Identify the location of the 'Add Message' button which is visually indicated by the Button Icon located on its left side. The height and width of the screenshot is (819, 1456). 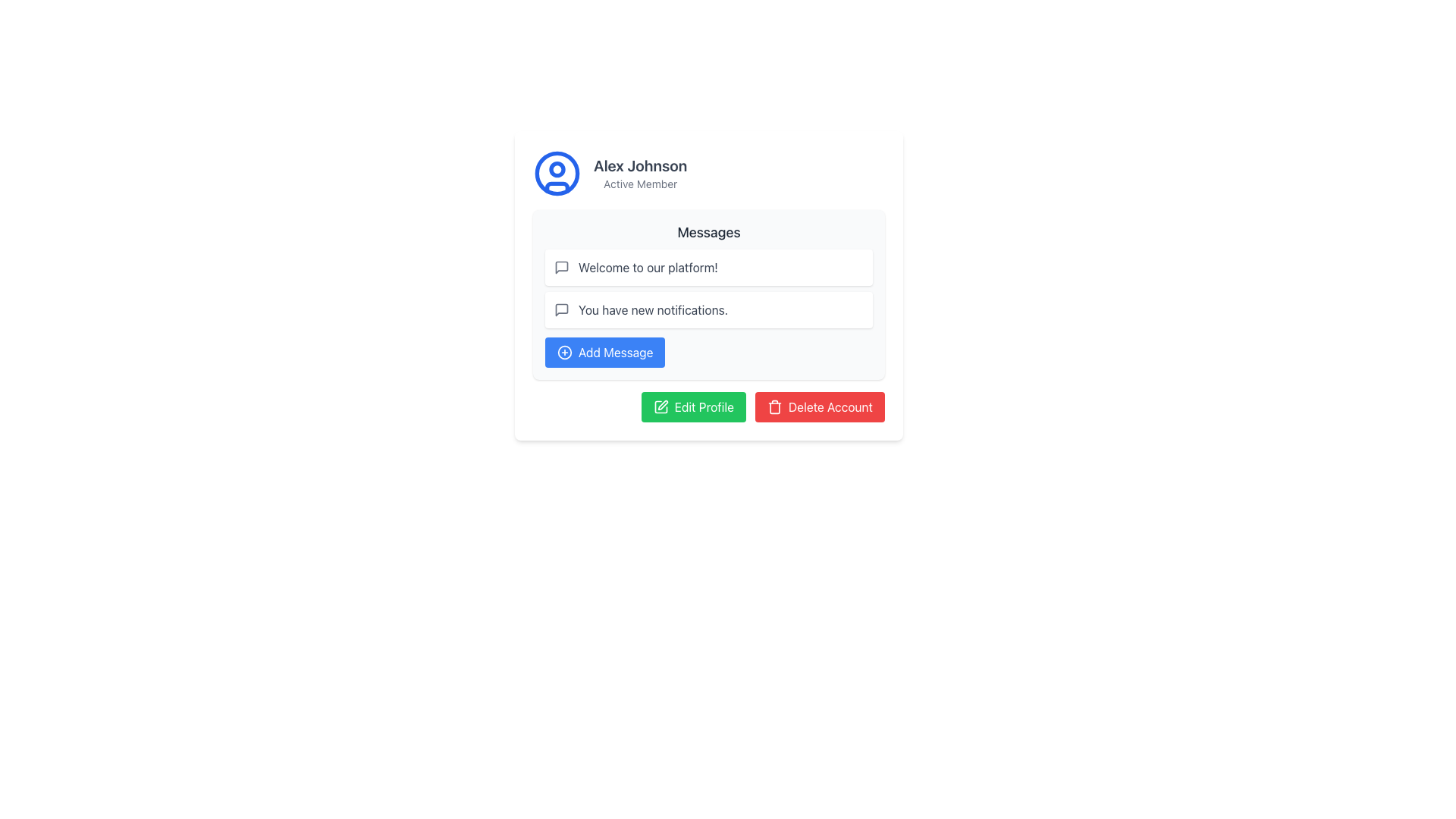
(563, 353).